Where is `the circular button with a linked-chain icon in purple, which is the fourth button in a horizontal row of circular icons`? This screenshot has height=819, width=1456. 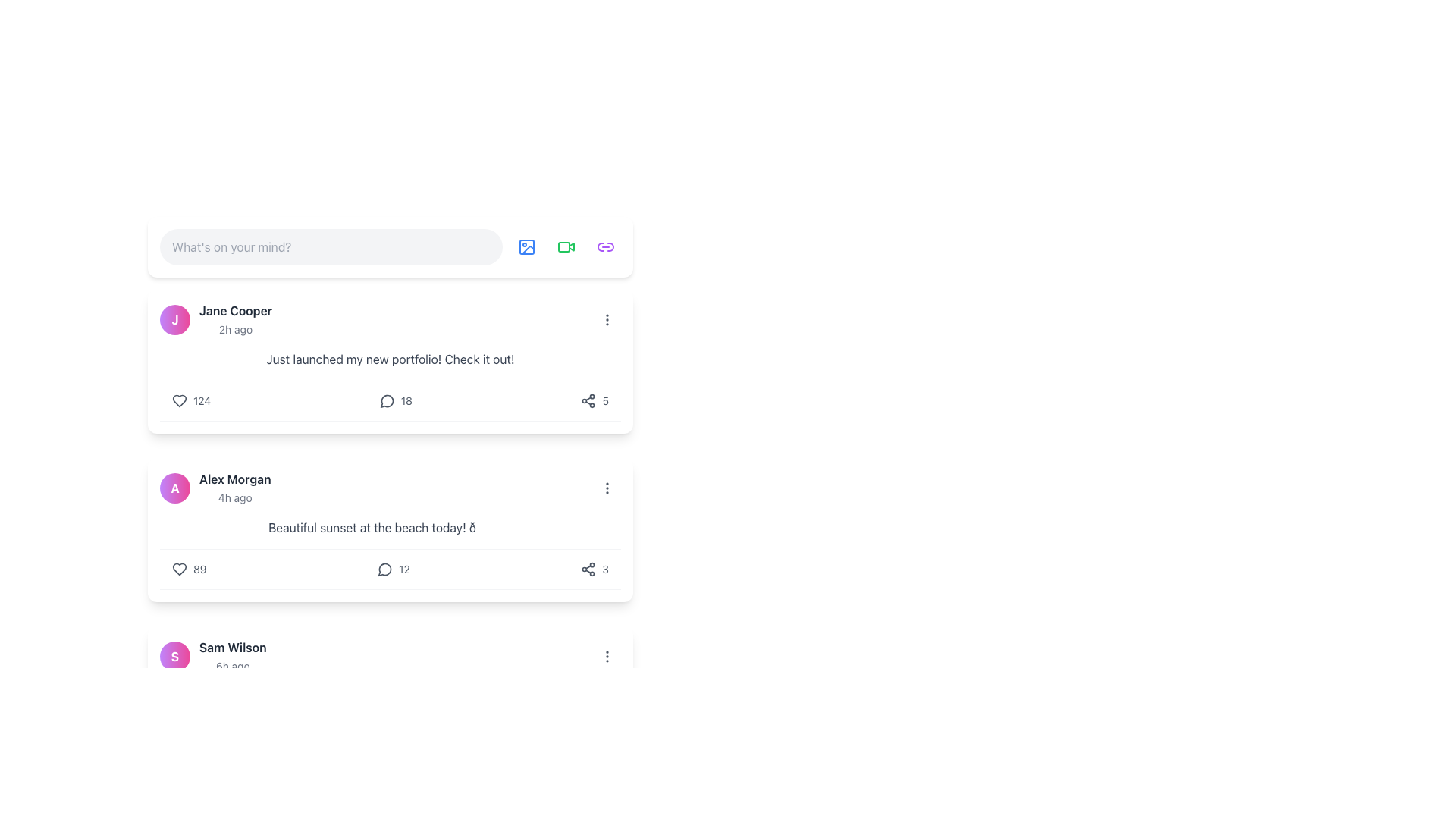 the circular button with a linked-chain icon in purple, which is the fourth button in a horizontal row of circular icons is located at coordinates (604, 246).